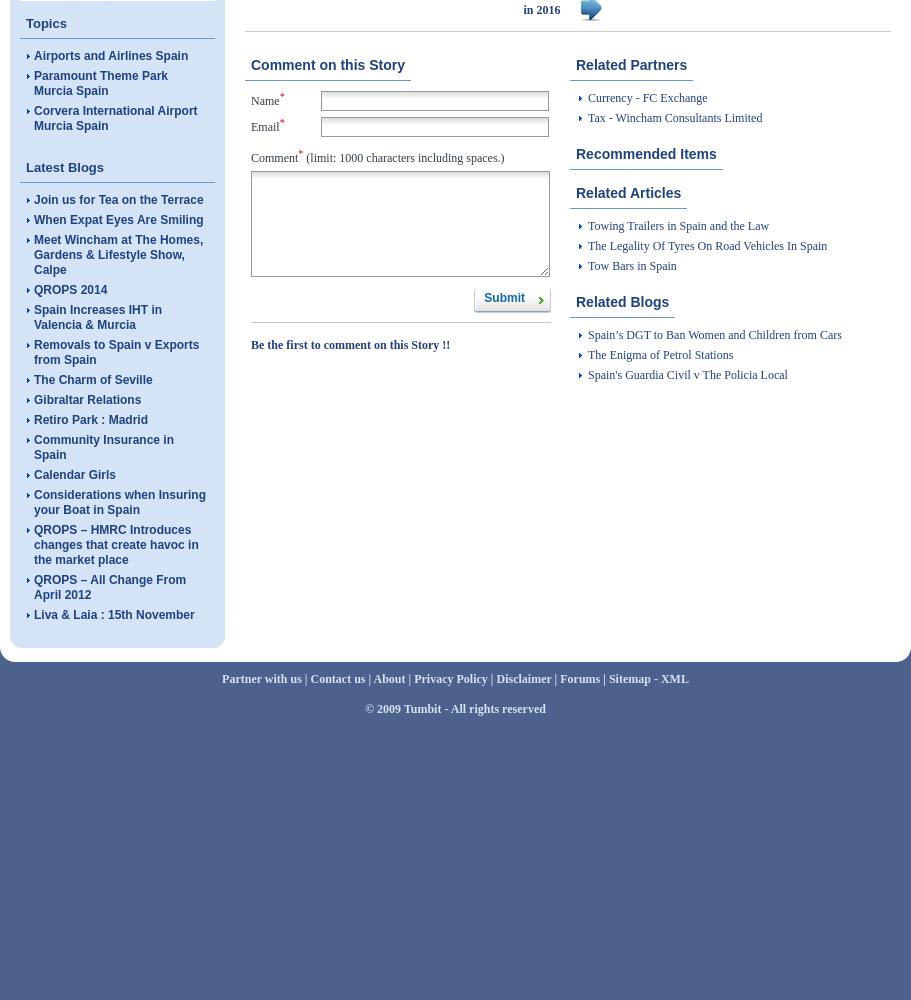 This screenshot has width=911, height=1000. I want to click on 'Retiro Park : Madrid', so click(91, 420).